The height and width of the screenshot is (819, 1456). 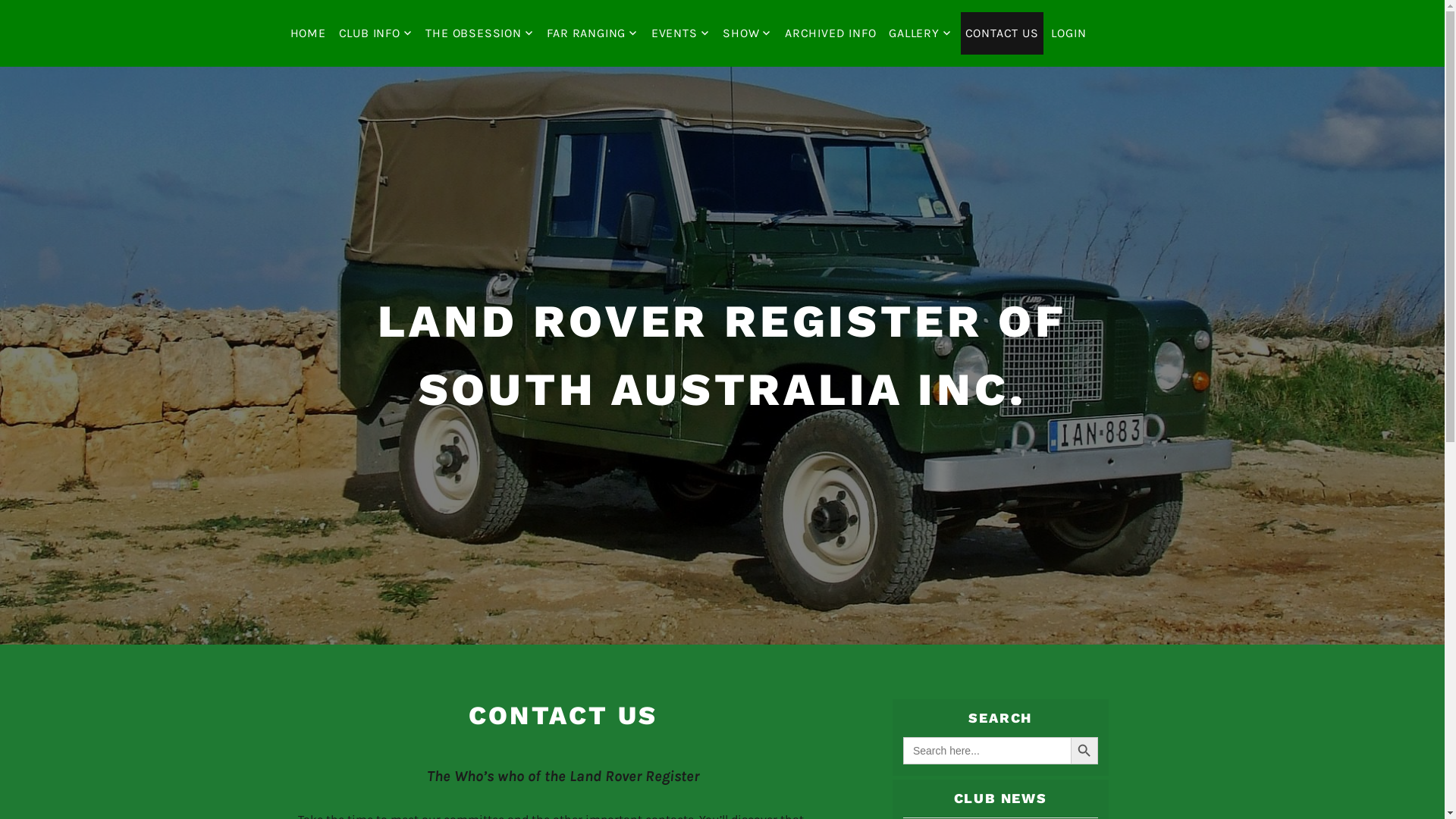 What do you see at coordinates (647, 33) in the screenshot?
I see `'EVENTS'` at bounding box center [647, 33].